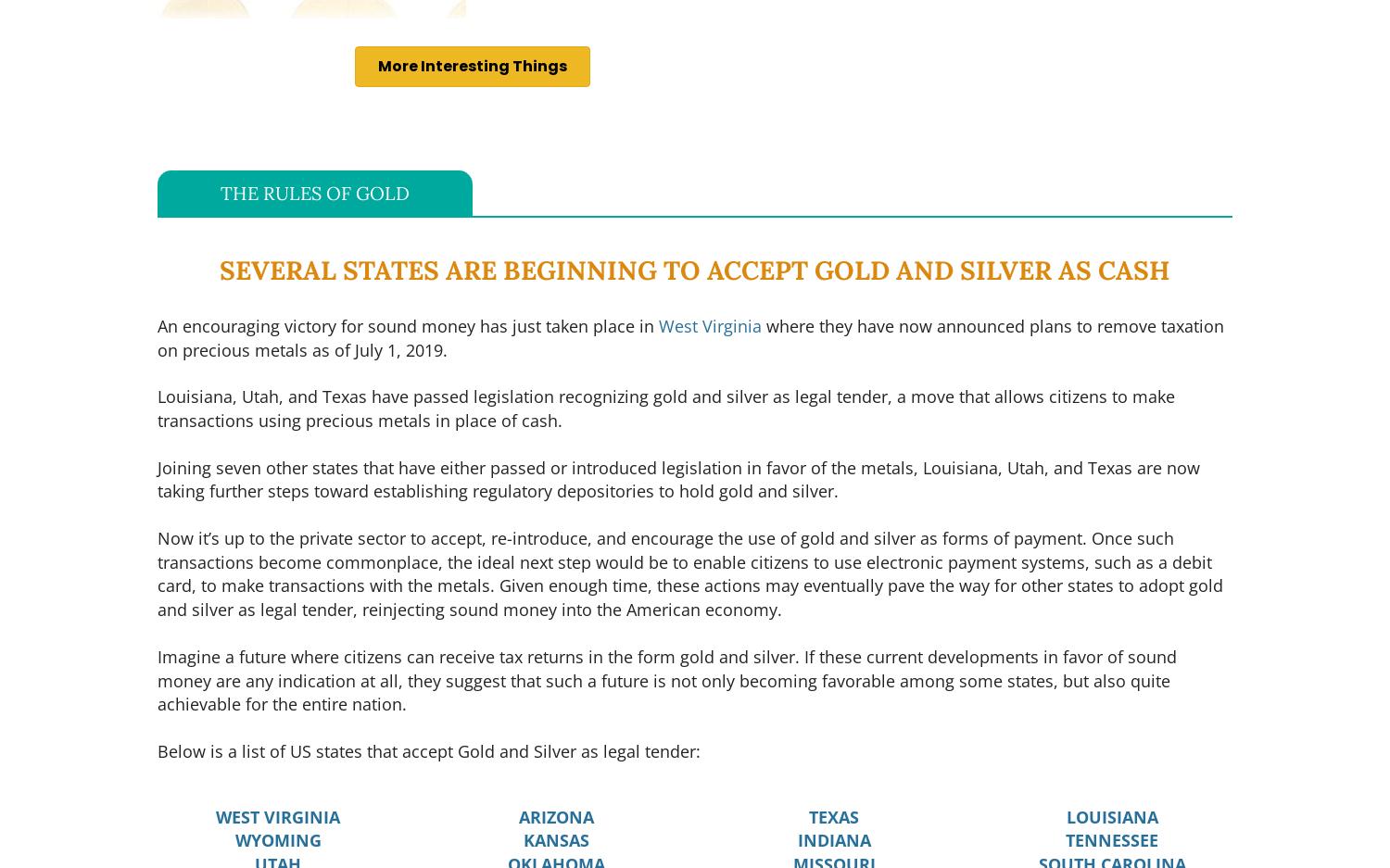  I want to click on 'Imagine a future where citizens can receive tax returns in the form gold and', so click(157, 655).